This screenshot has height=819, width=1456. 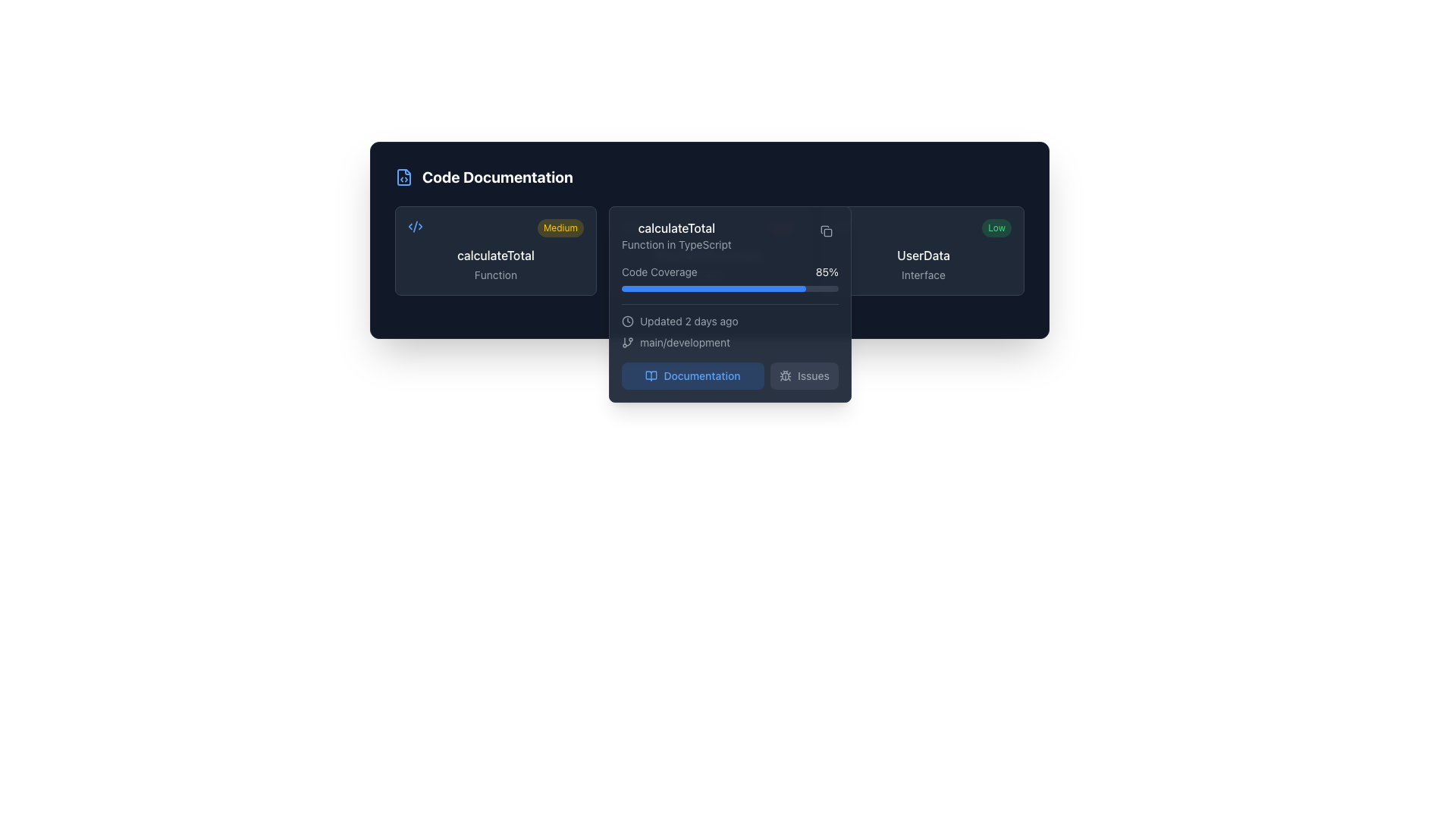 I want to click on the static text label indicating the code coverage percentage, which is located to the right of the 'Code Coverage' label, so click(x=826, y=271).